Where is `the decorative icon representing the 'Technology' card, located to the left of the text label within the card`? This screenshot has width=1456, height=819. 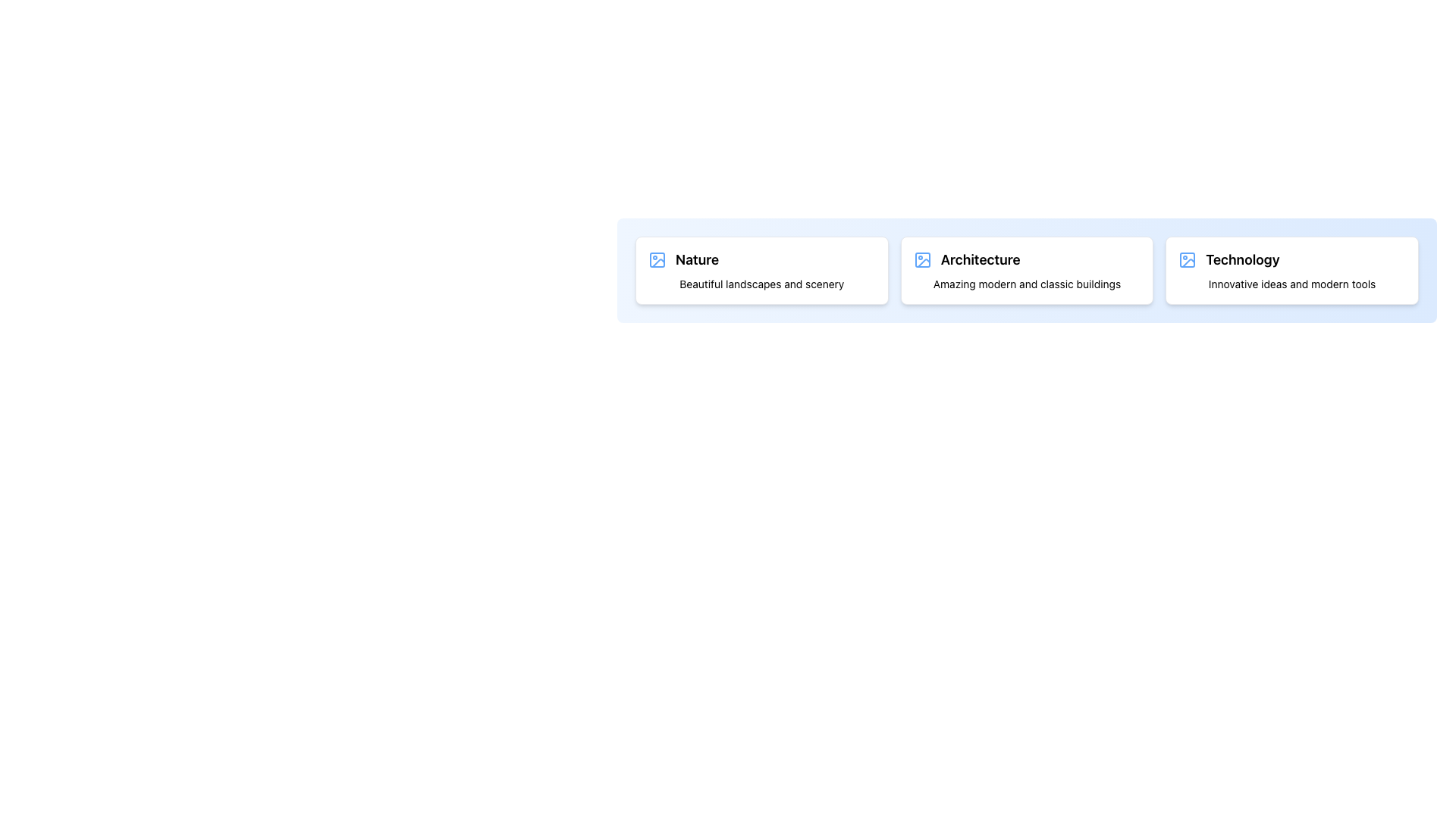
the decorative icon representing the 'Technology' card, located to the left of the text label within the card is located at coordinates (1187, 259).